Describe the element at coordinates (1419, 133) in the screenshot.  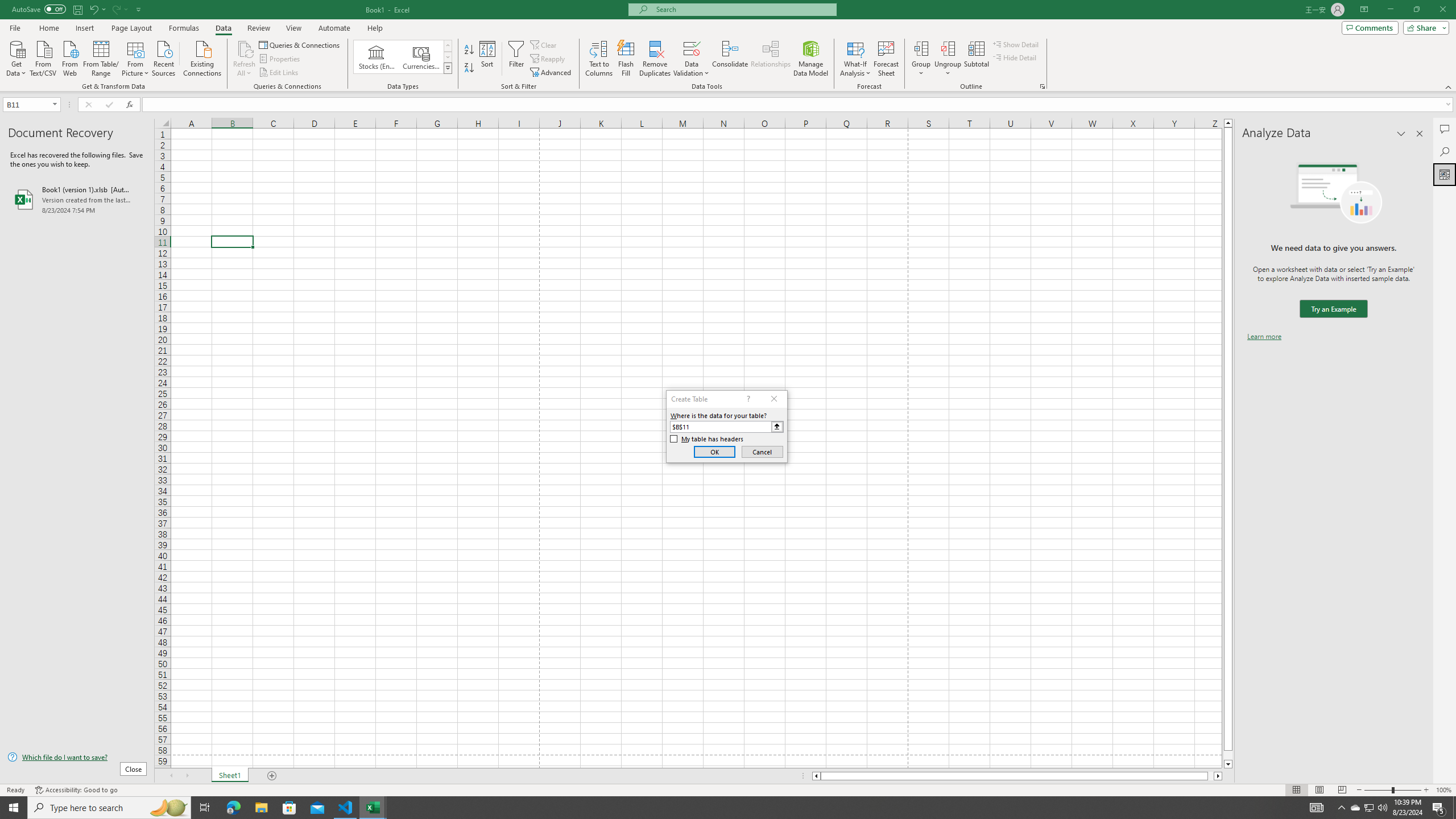
I see `'Close pane'` at that location.